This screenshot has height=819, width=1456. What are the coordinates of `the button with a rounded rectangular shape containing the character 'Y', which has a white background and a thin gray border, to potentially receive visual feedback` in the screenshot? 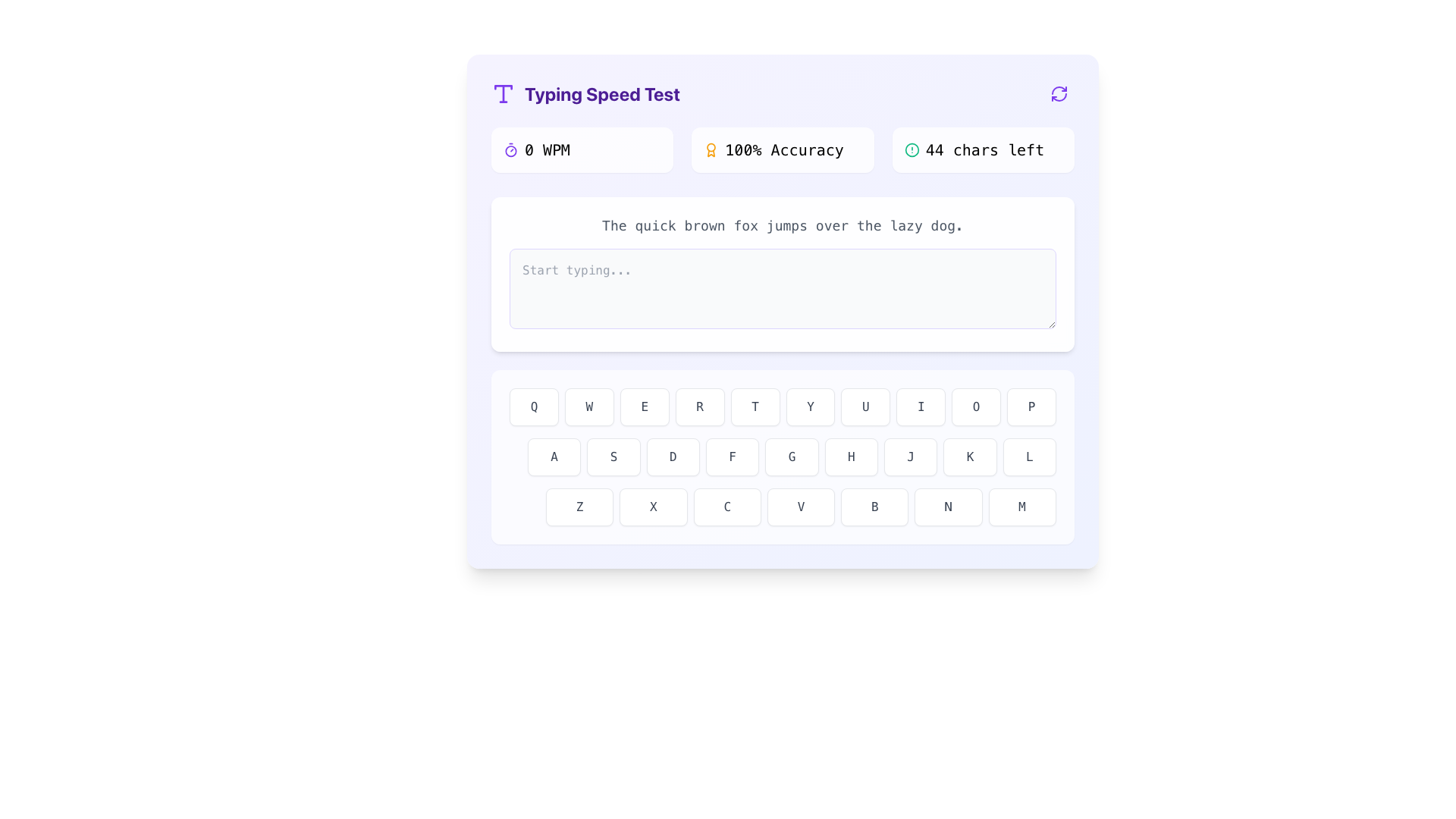 It's located at (809, 406).